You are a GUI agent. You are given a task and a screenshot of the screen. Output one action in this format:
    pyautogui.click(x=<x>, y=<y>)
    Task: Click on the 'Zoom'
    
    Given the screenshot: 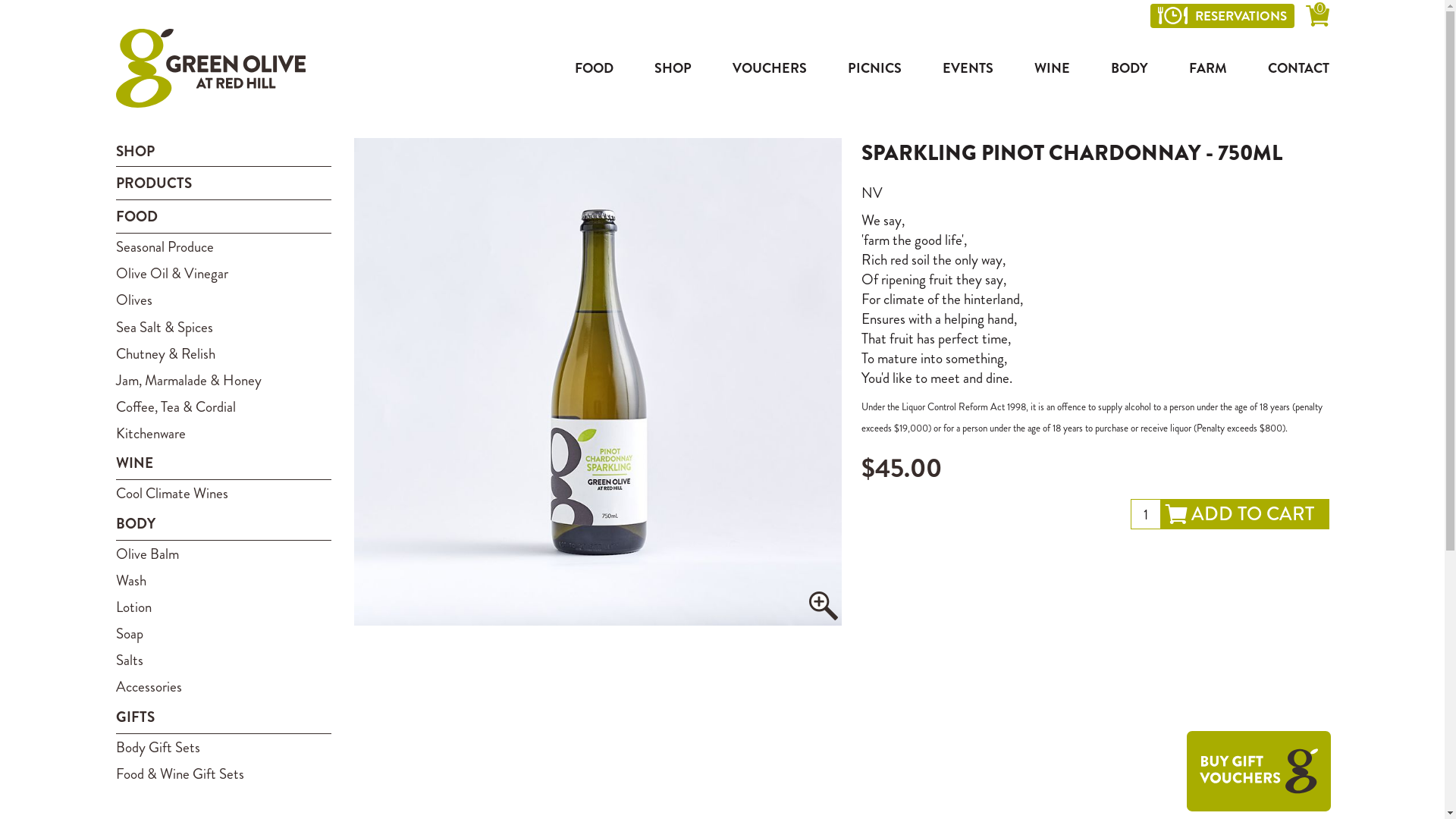 What is the action you would take?
    pyautogui.click(x=822, y=604)
    